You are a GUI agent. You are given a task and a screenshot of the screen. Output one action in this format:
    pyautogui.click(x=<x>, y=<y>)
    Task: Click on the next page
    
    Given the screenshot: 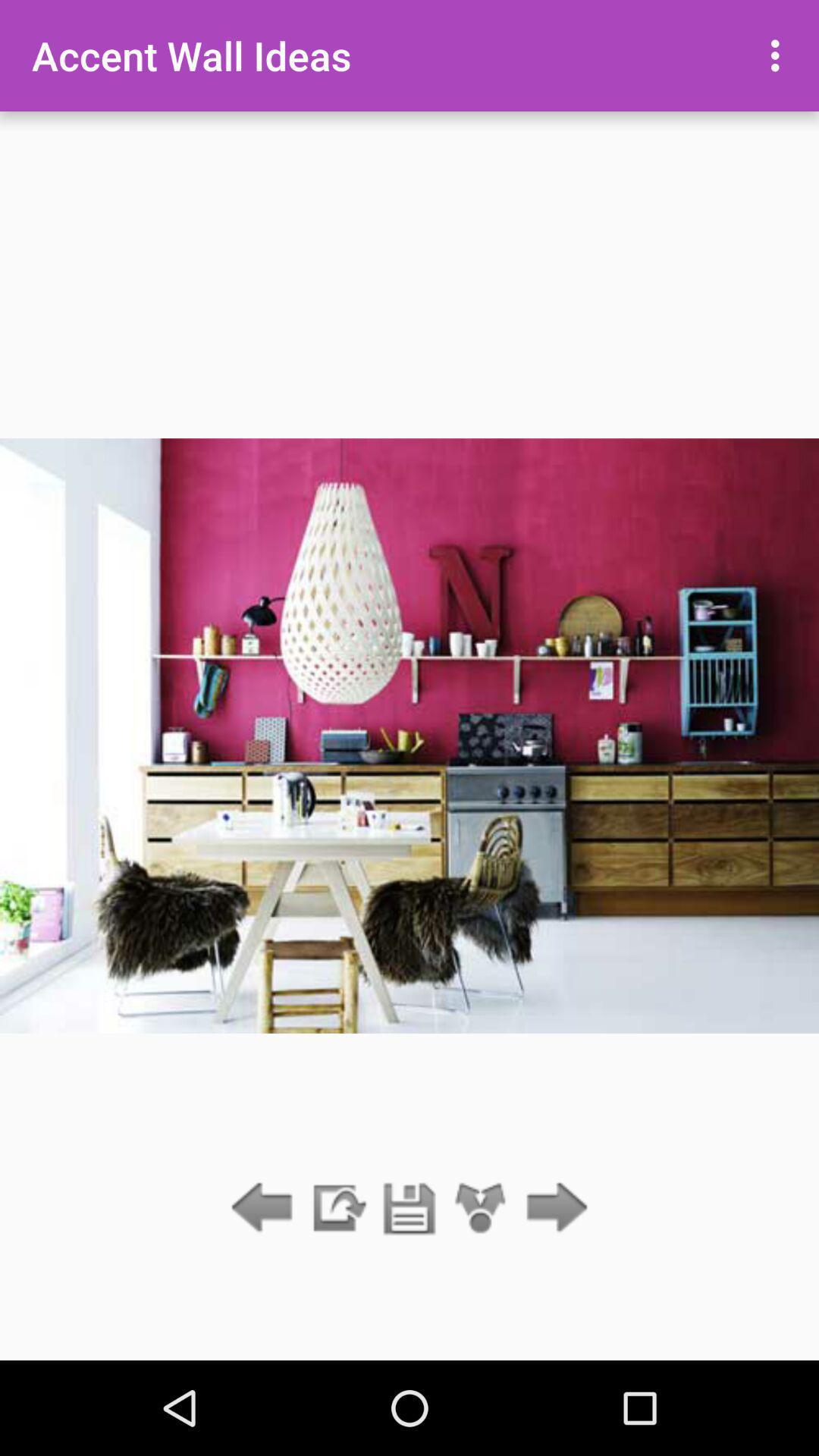 What is the action you would take?
    pyautogui.click(x=553, y=1208)
    